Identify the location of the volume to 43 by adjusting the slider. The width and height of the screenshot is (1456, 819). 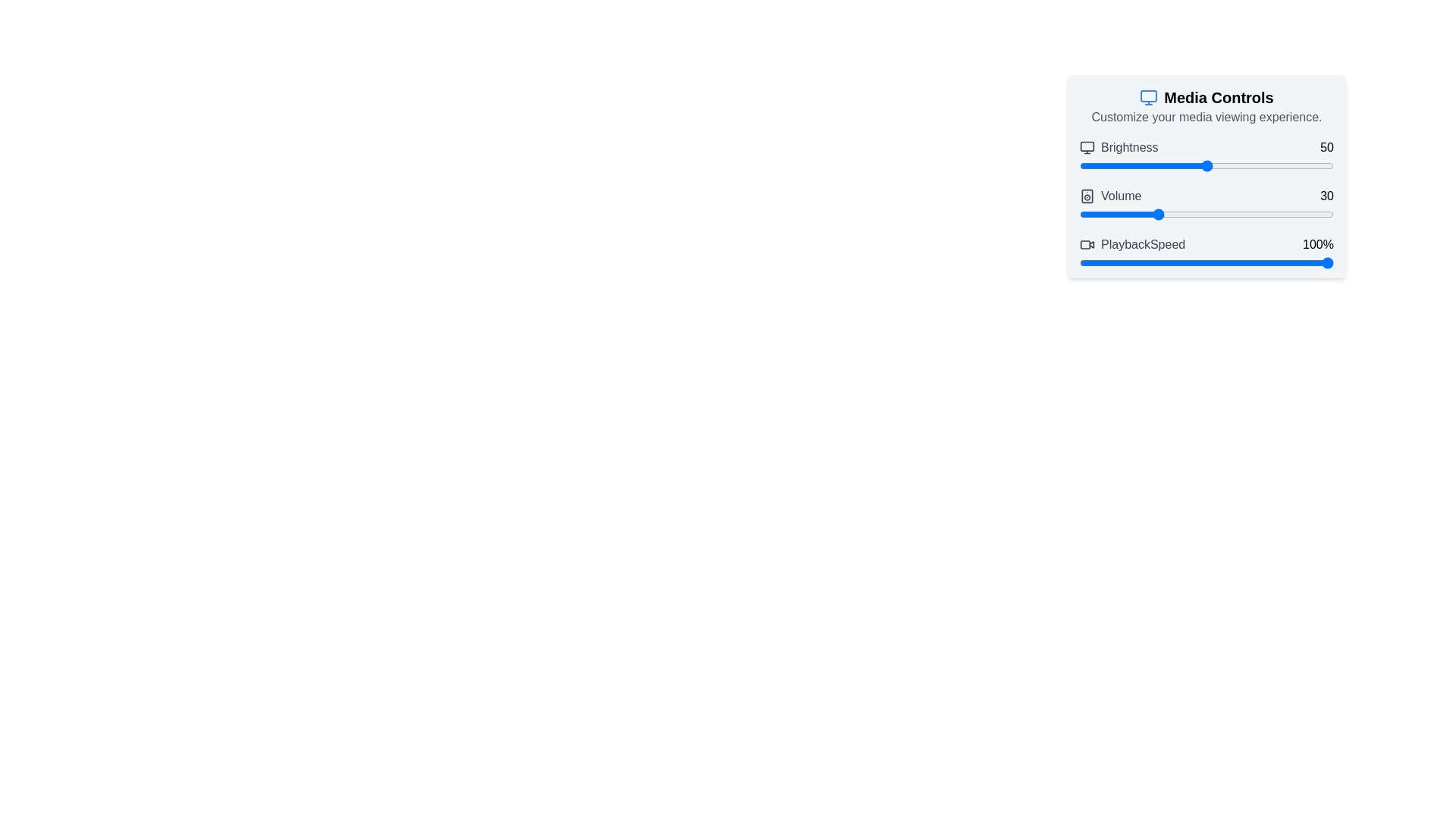
(1188, 214).